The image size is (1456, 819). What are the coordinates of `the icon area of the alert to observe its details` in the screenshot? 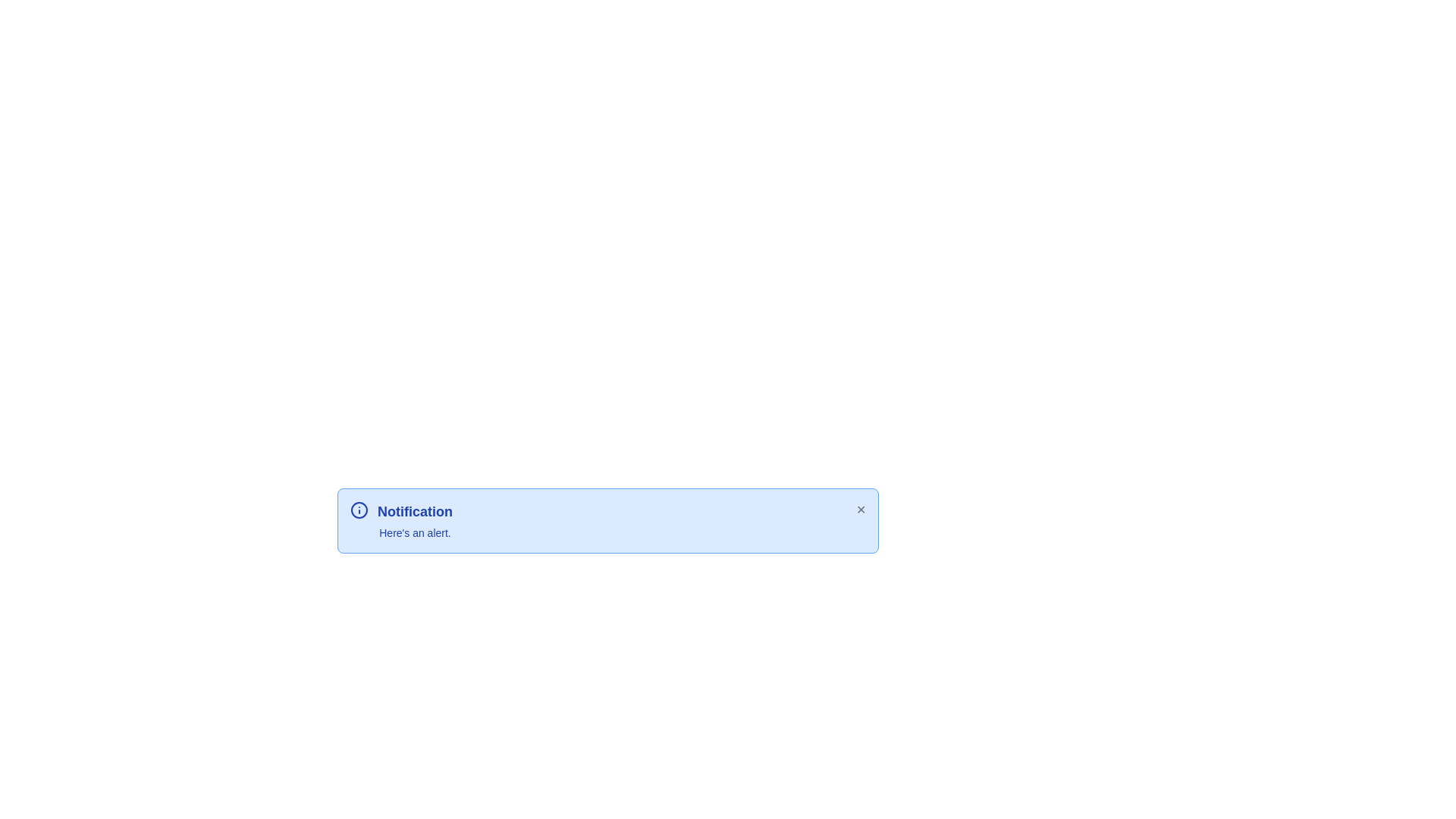 It's located at (359, 510).